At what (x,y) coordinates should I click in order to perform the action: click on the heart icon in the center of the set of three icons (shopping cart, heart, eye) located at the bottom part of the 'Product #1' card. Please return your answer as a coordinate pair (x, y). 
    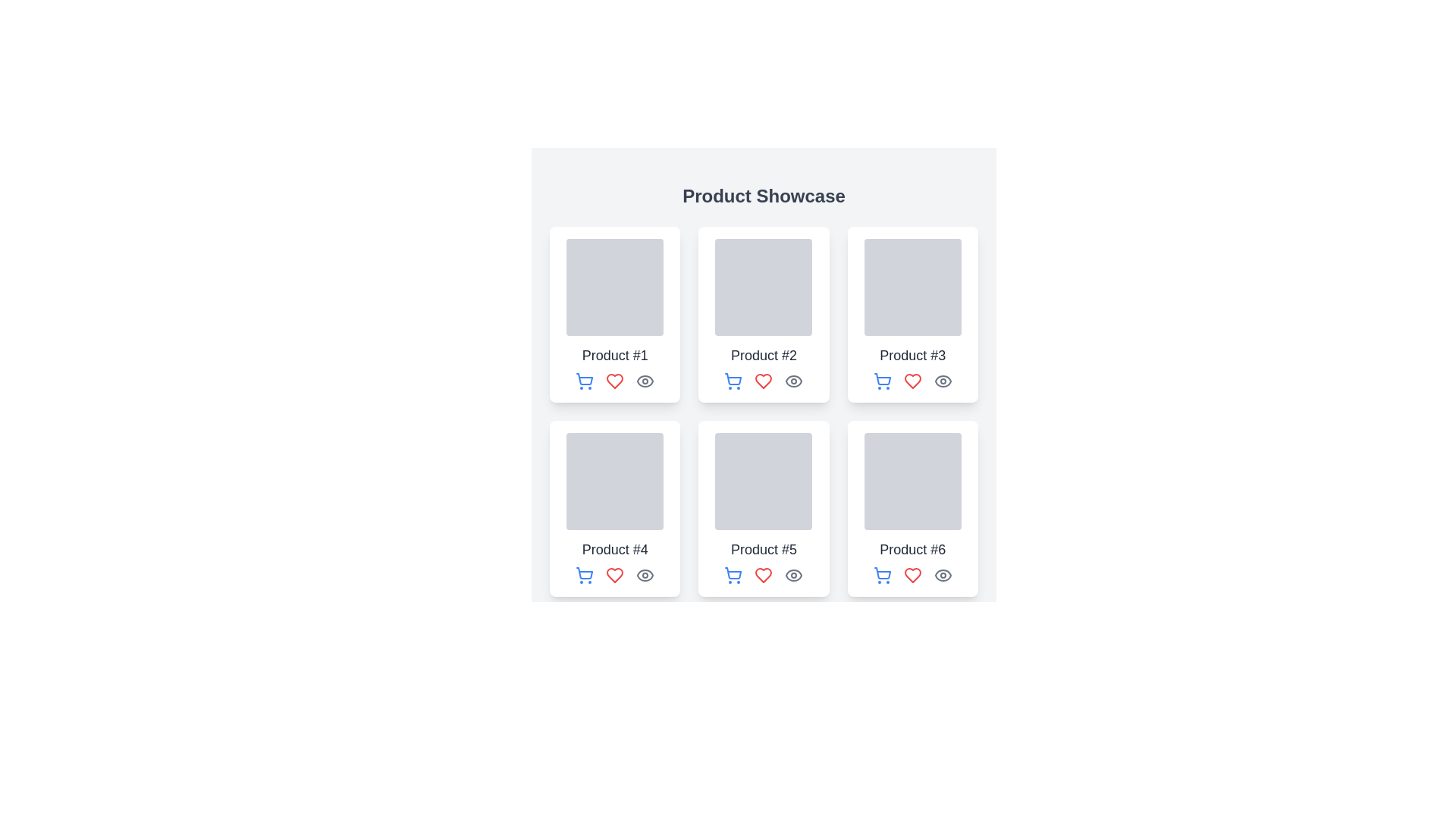
    Looking at the image, I should click on (615, 380).